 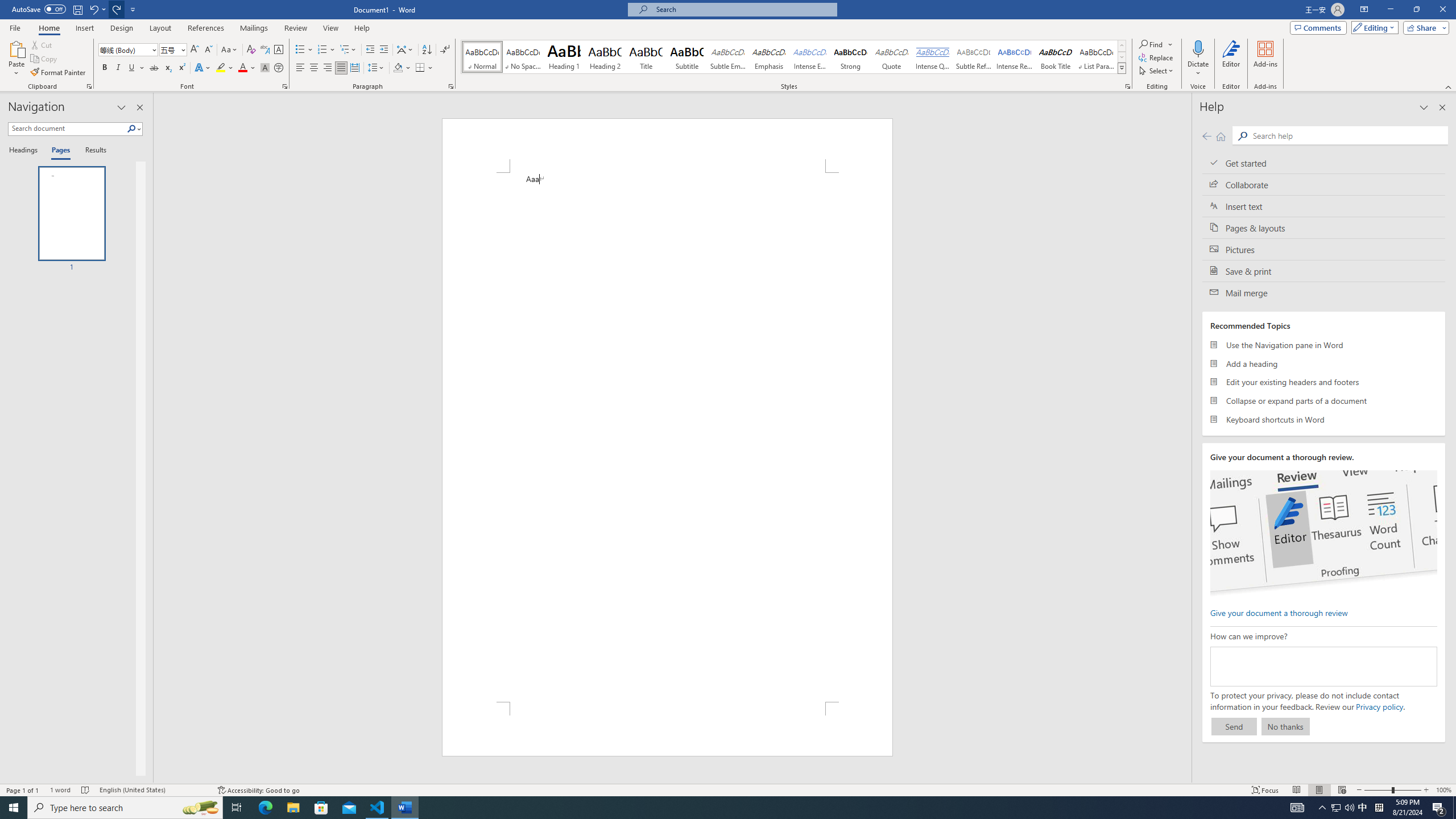 What do you see at coordinates (97, 9) in the screenshot?
I see `'Undo Apply Quick Style'` at bounding box center [97, 9].